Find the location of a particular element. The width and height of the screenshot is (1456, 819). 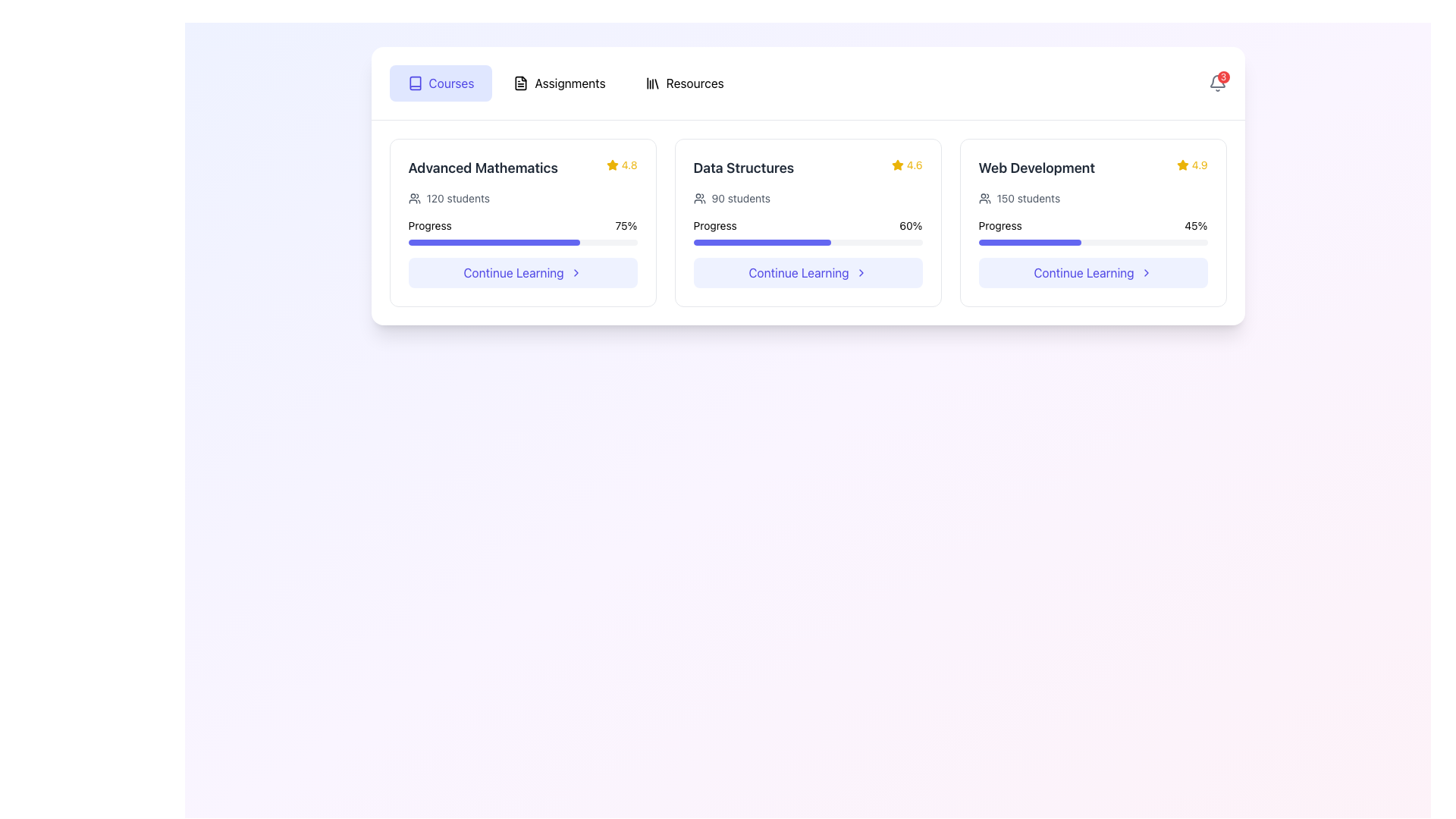

the SVG icon styled as a book symbol located to the left of the 'Courses' button with a purple background is located at coordinates (415, 83).